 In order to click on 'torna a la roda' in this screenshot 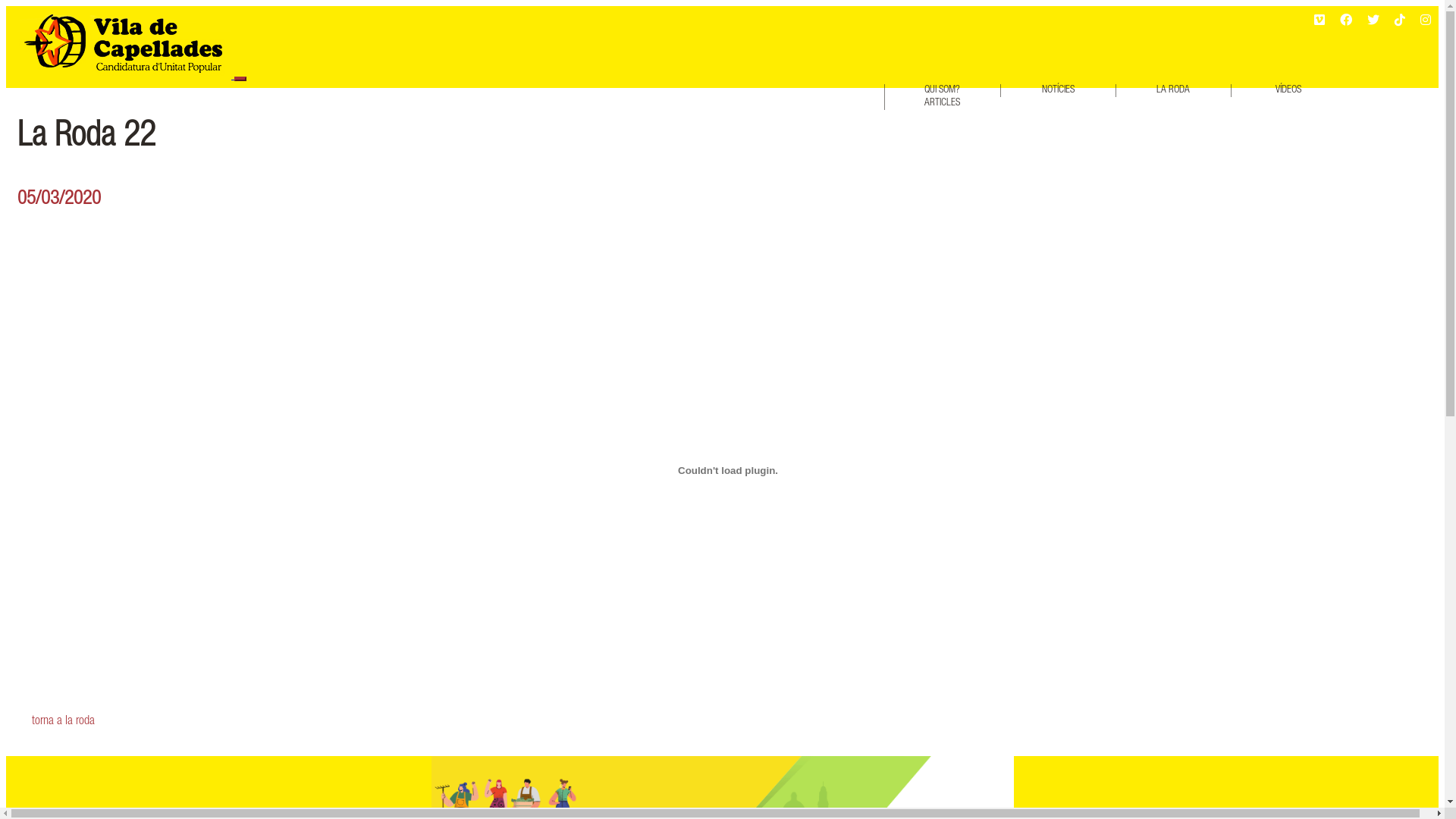, I will do `click(728, 721)`.